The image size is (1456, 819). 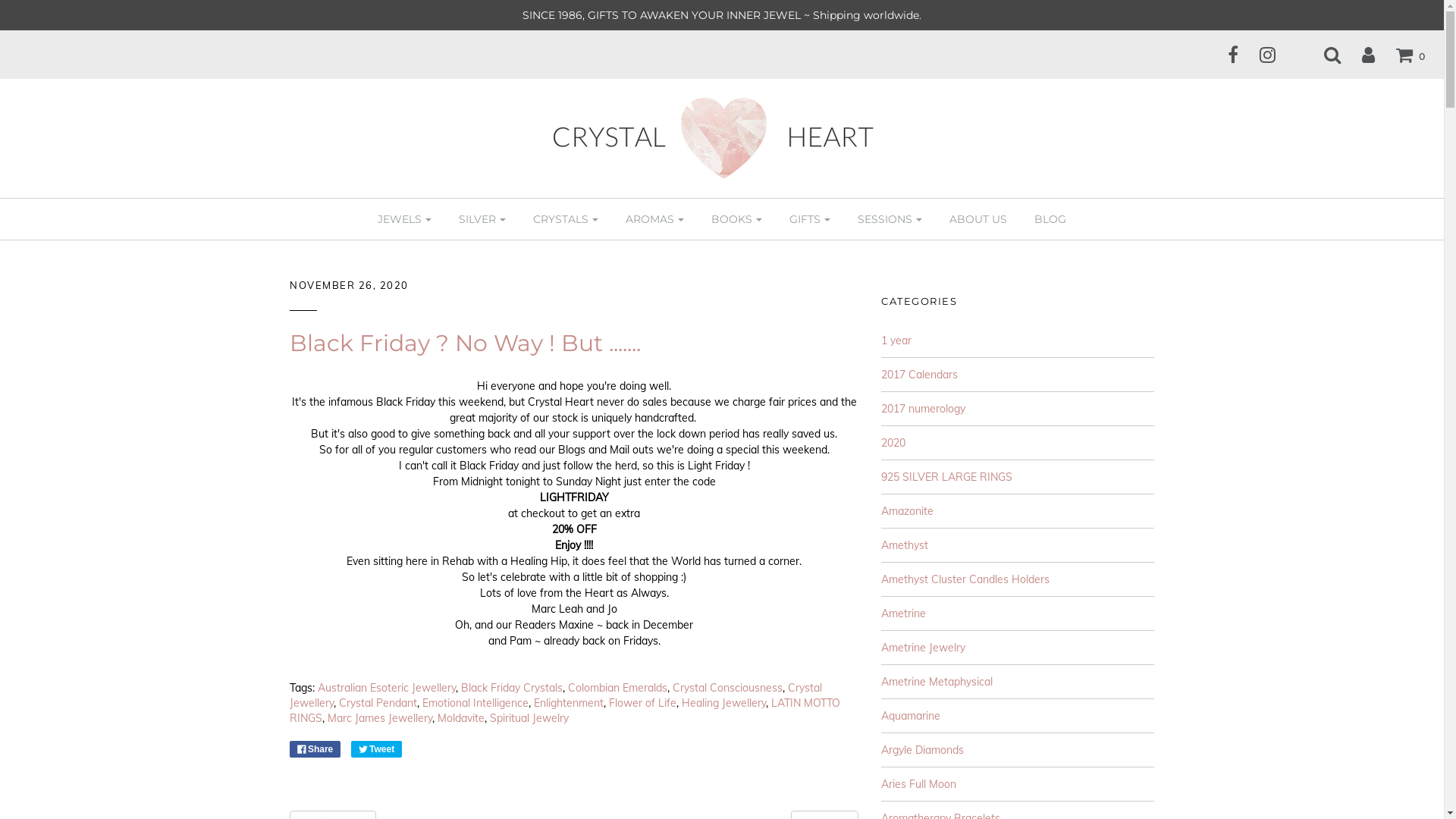 I want to click on 'BLOG', so click(x=1050, y=219).